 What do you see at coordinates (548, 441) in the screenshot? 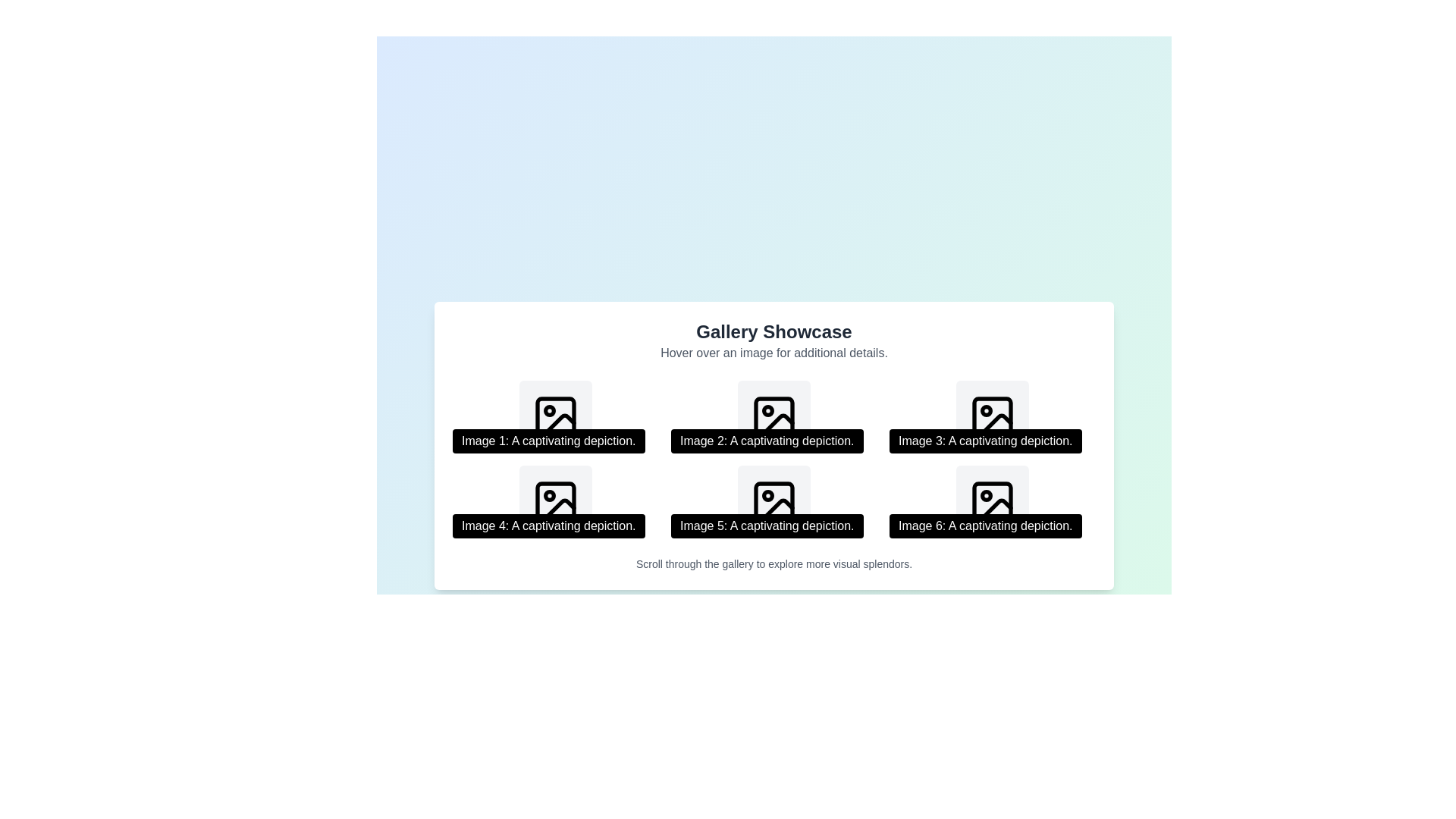
I see `the tooltip providing additional context for 'Image 1' in the gallery, located directly below the image` at bounding box center [548, 441].